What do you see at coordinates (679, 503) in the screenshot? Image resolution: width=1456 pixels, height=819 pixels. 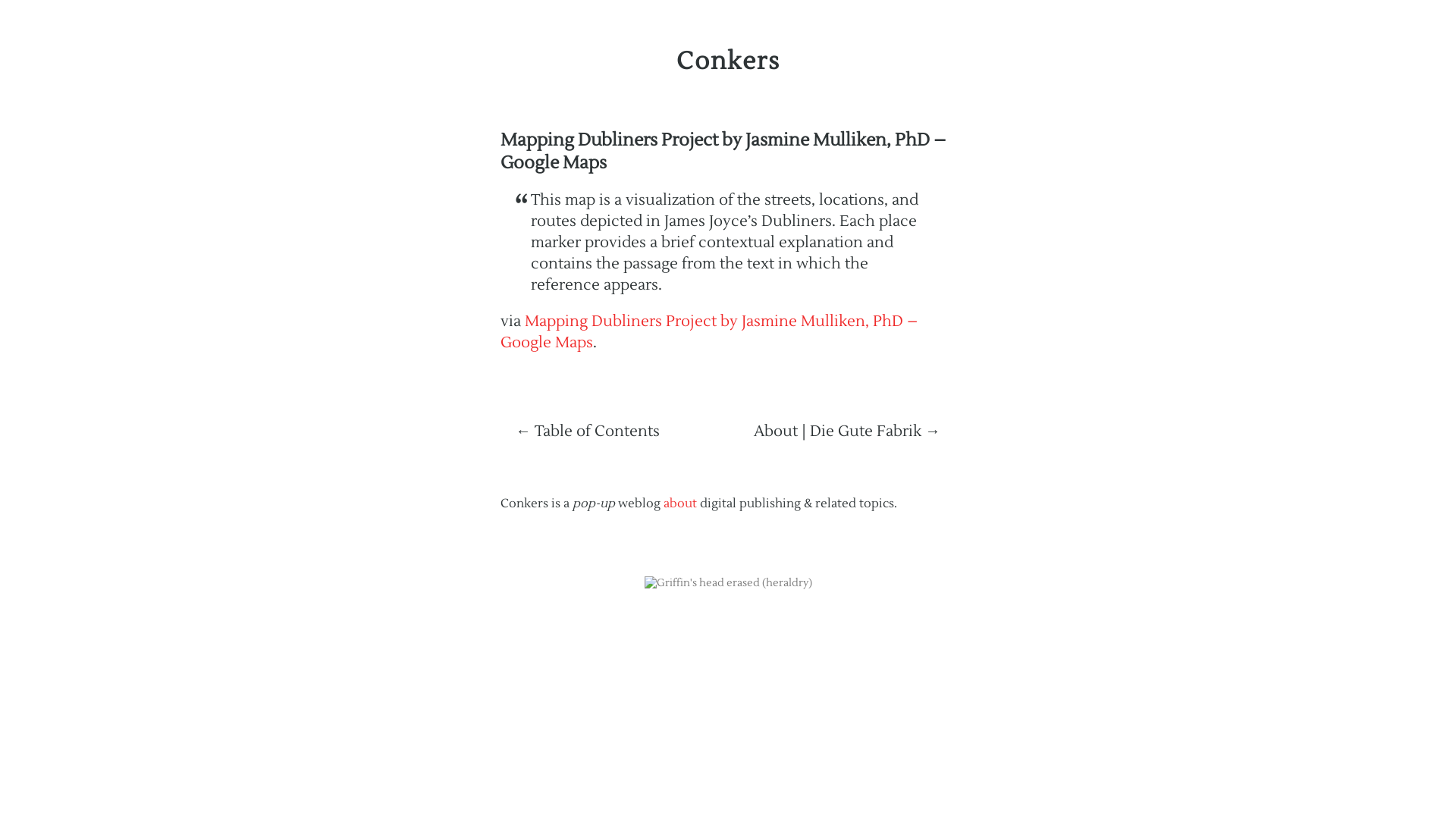 I see `'about'` at bounding box center [679, 503].